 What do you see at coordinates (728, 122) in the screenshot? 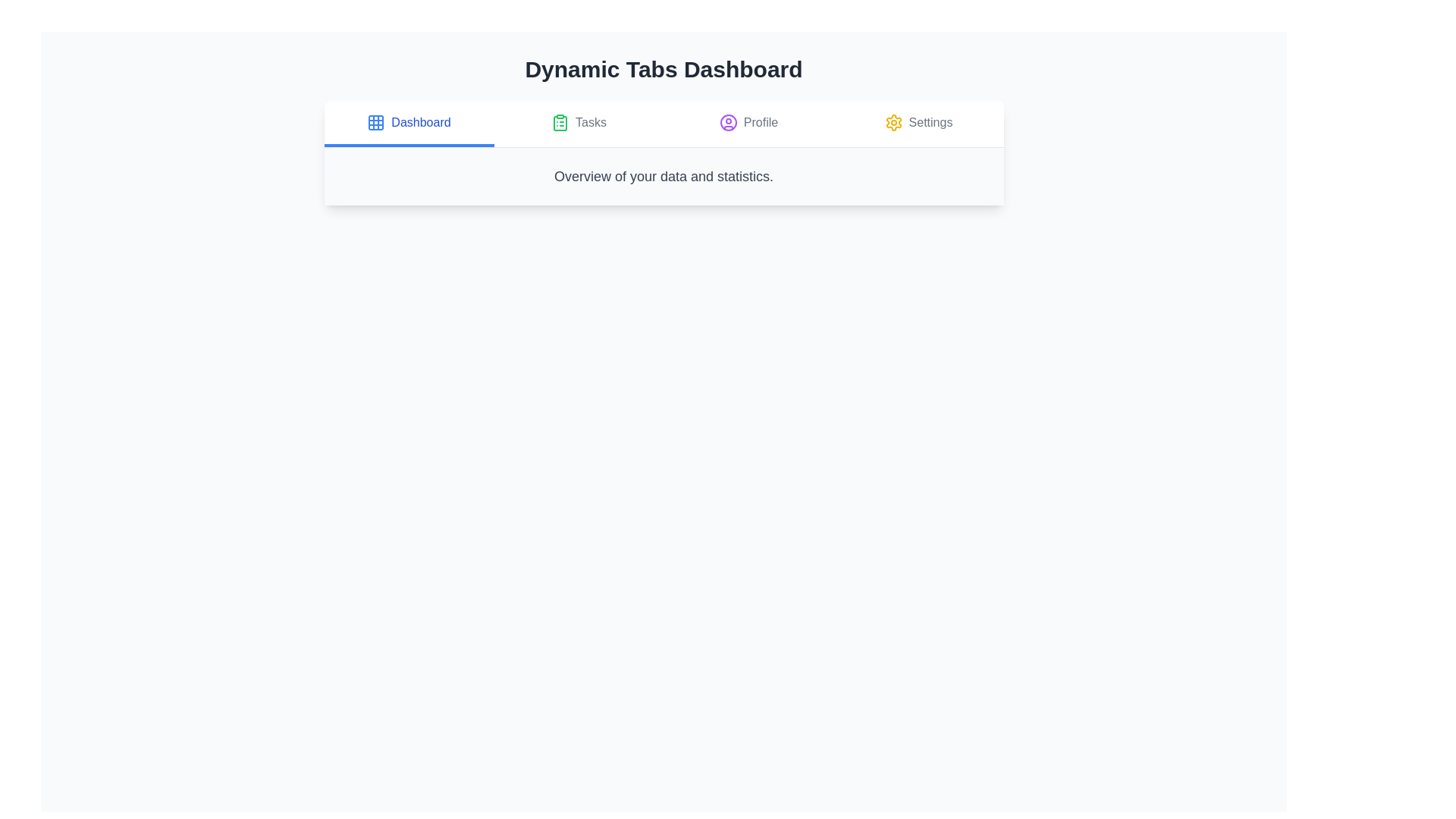
I see `the 'Profile' icon in the navigation bar, which is positioned above the text 'Profile' and located between the 'Tasks' and 'Settings' tabs` at bounding box center [728, 122].